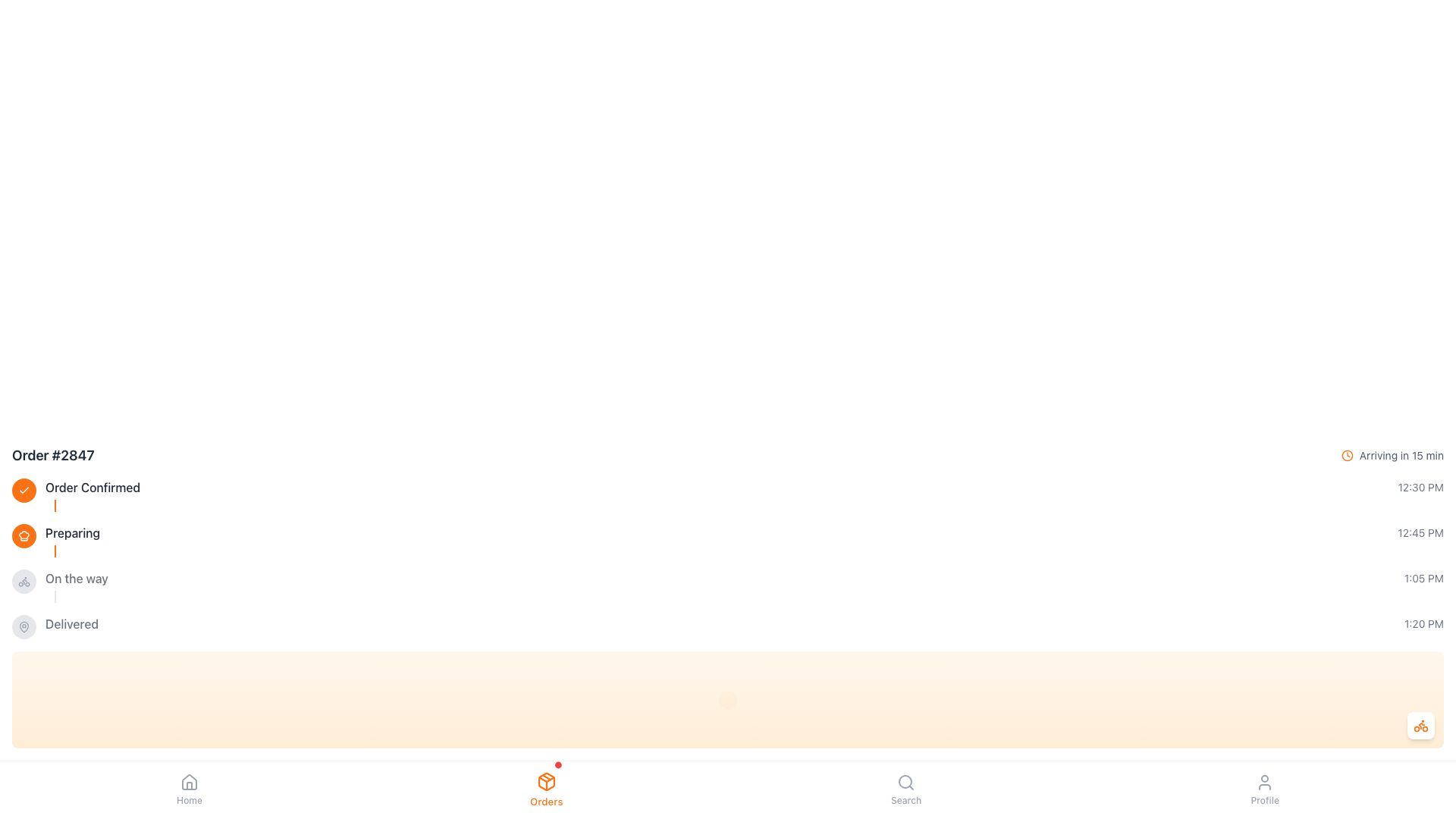  What do you see at coordinates (546, 789) in the screenshot?
I see `the orange icon button located above the 'Orders' label in the navigation bar` at bounding box center [546, 789].